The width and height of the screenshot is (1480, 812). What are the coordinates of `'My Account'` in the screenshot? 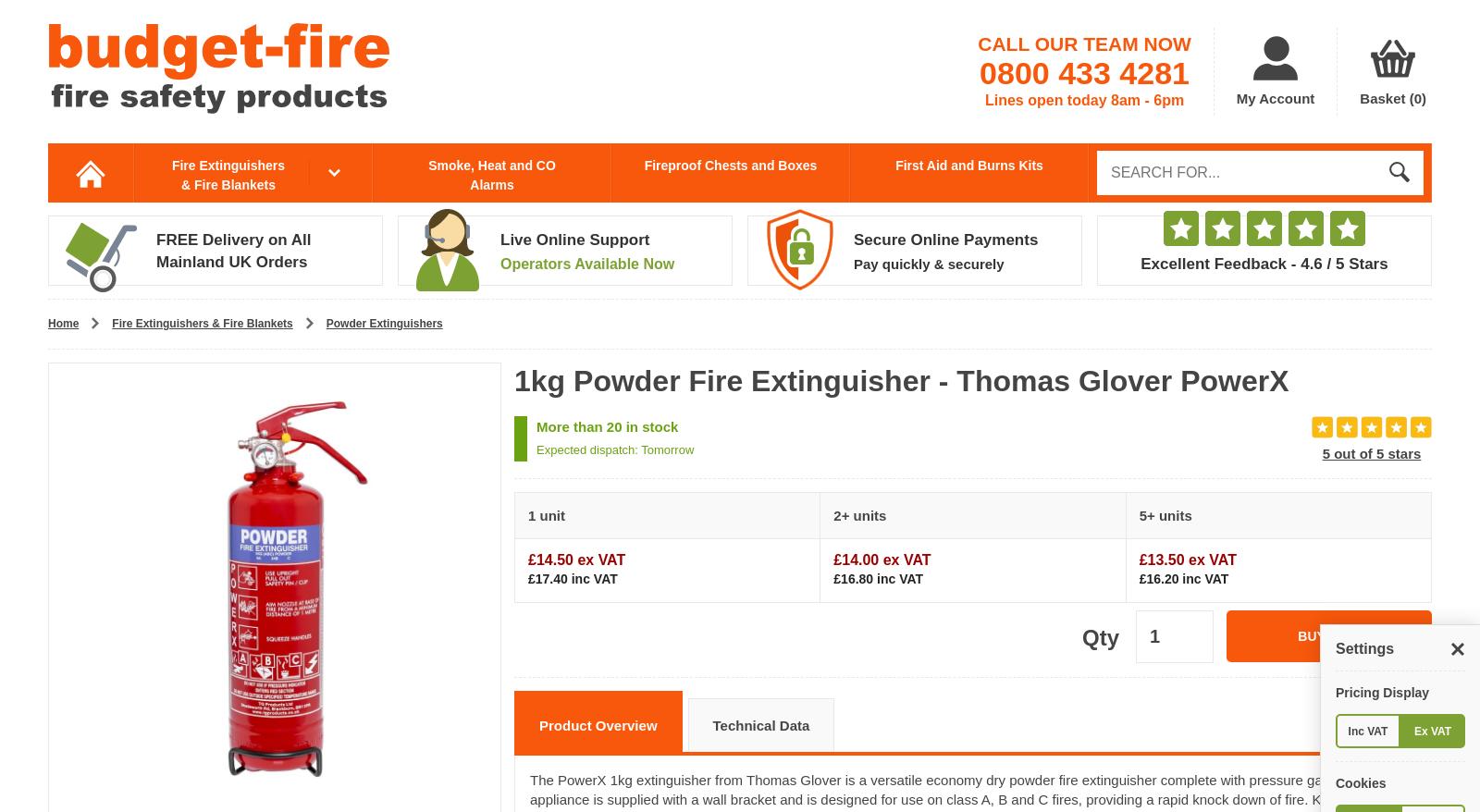 It's located at (1274, 97).